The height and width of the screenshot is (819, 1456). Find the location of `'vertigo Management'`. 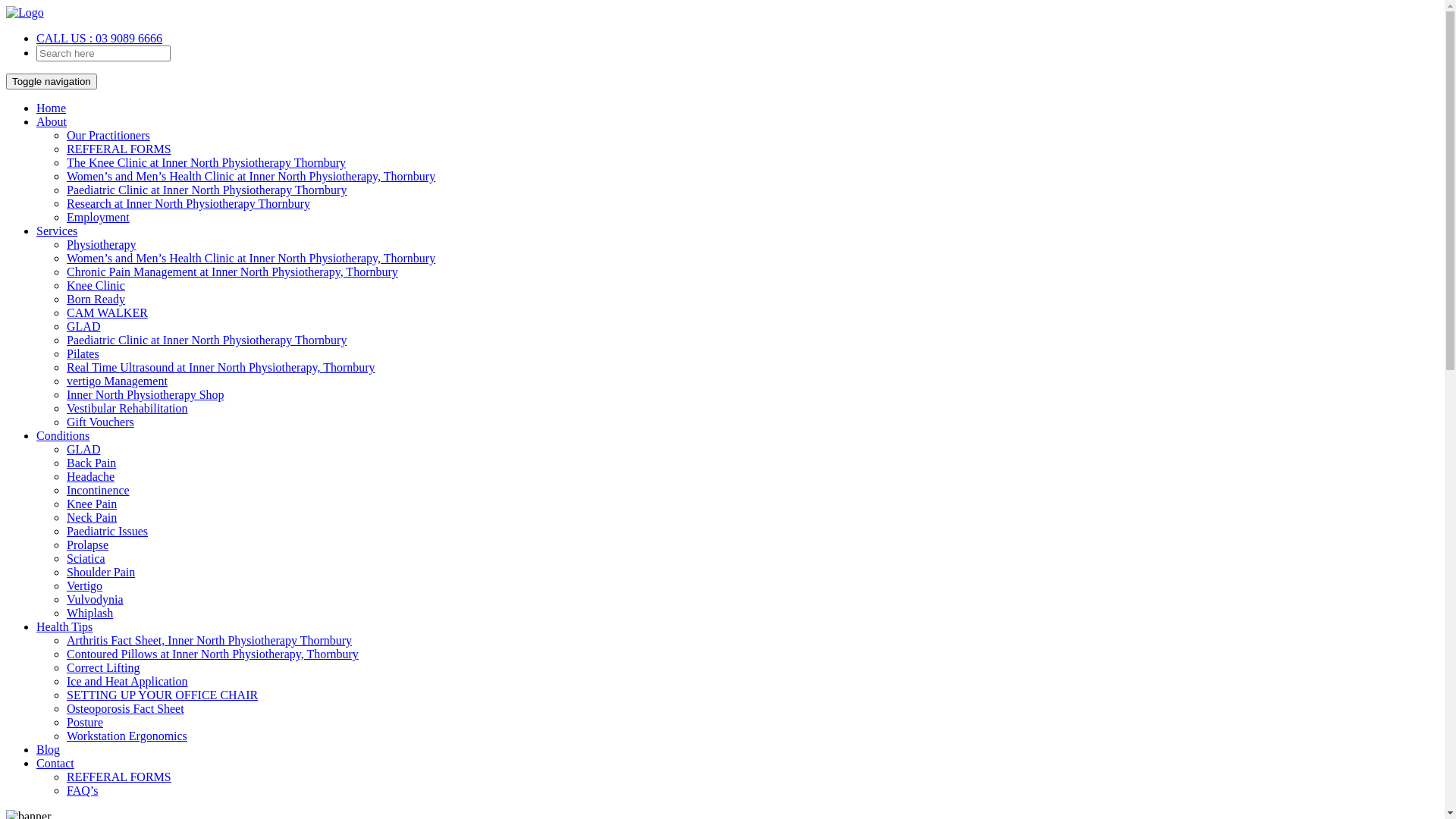

'vertigo Management' is located at coordinates (116, 380).